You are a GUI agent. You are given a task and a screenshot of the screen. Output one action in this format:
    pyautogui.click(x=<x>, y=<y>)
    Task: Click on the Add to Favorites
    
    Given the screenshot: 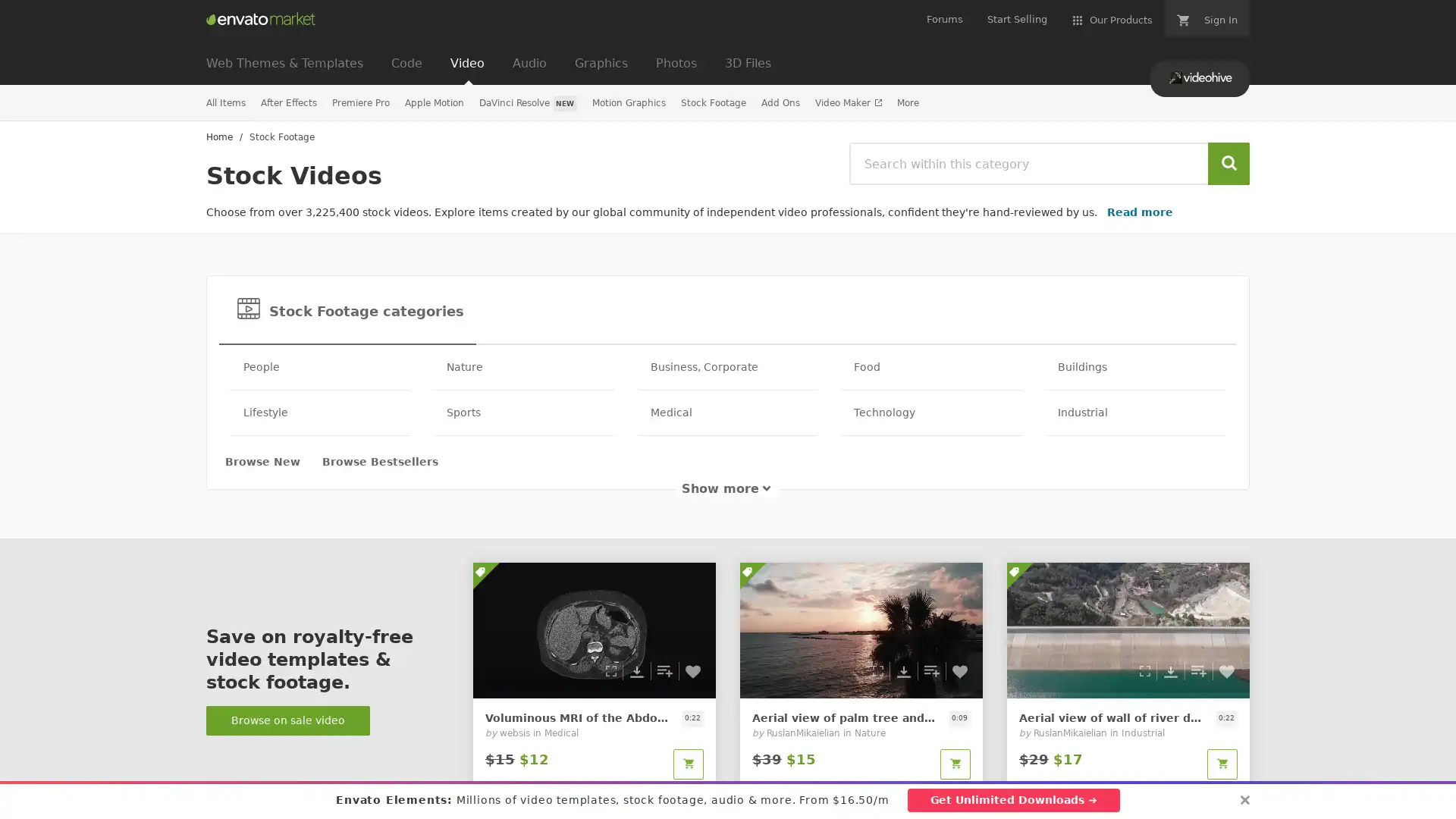 What is the action you would take?
    pyautogui.click(x=1226, y=670)
    